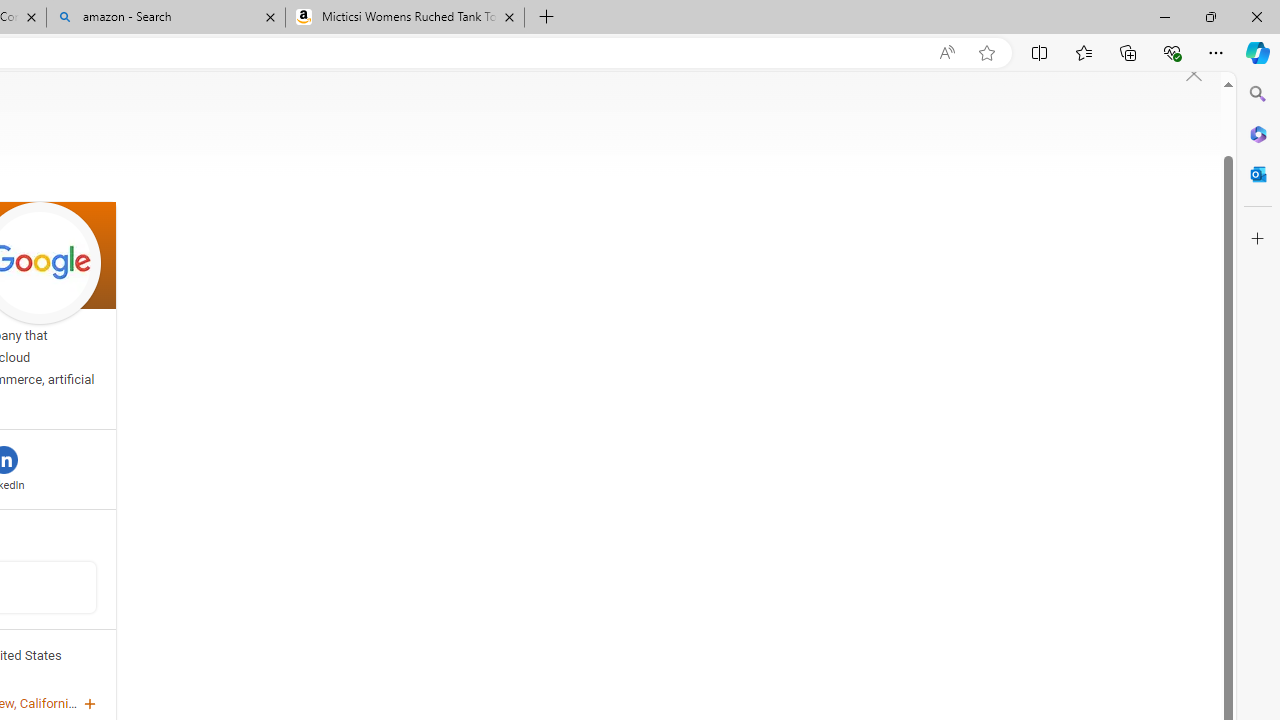  Describe the element at coordinates (166, 17) in the screenshot. I see `'amazon - Search'` at that location.